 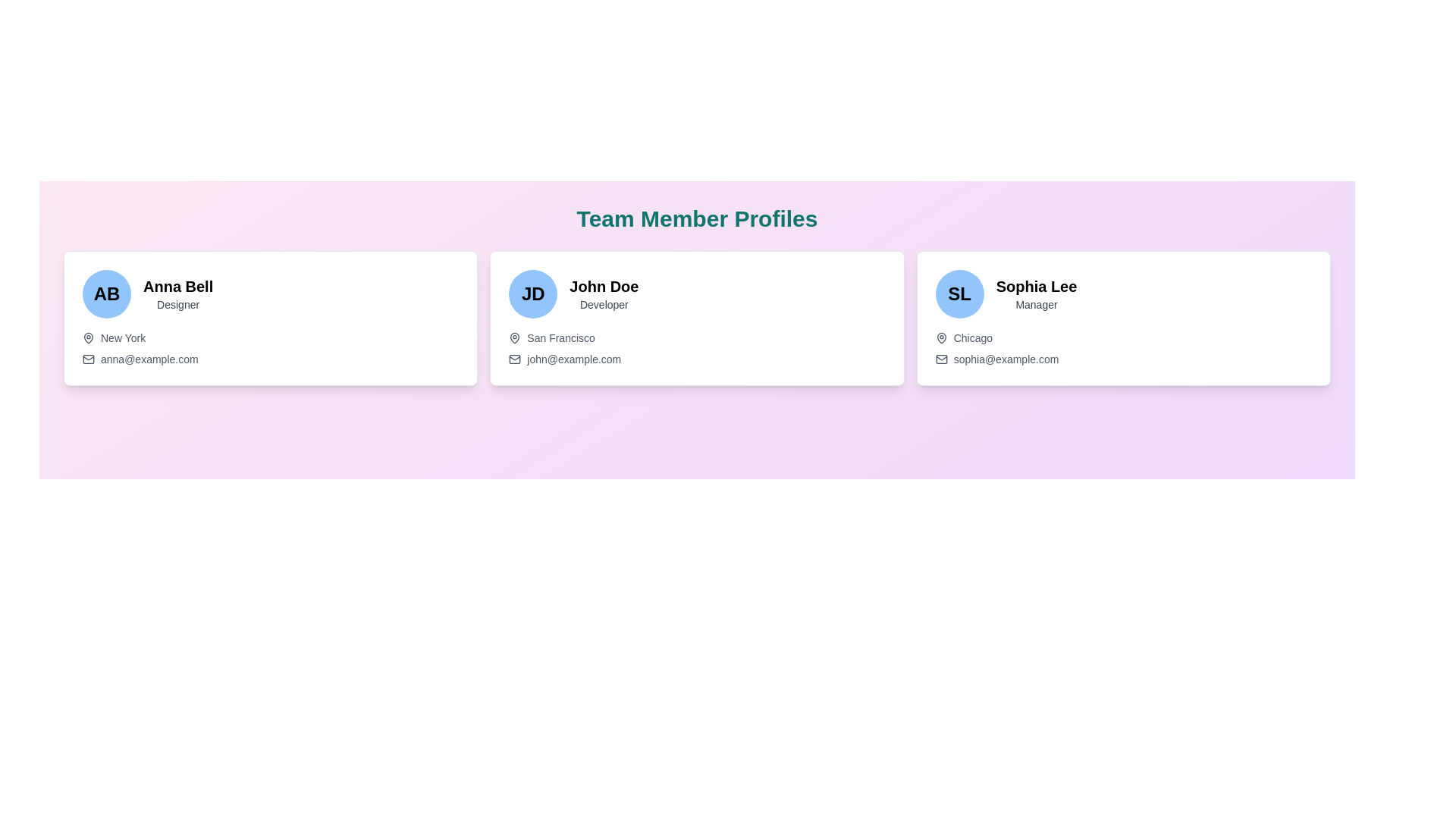 What do you see at coordinates (696, 294) in the screenshot?
I see `the Profile Information Component for 'John Doe' to view the full profile details` at bounding box center [696, 294].